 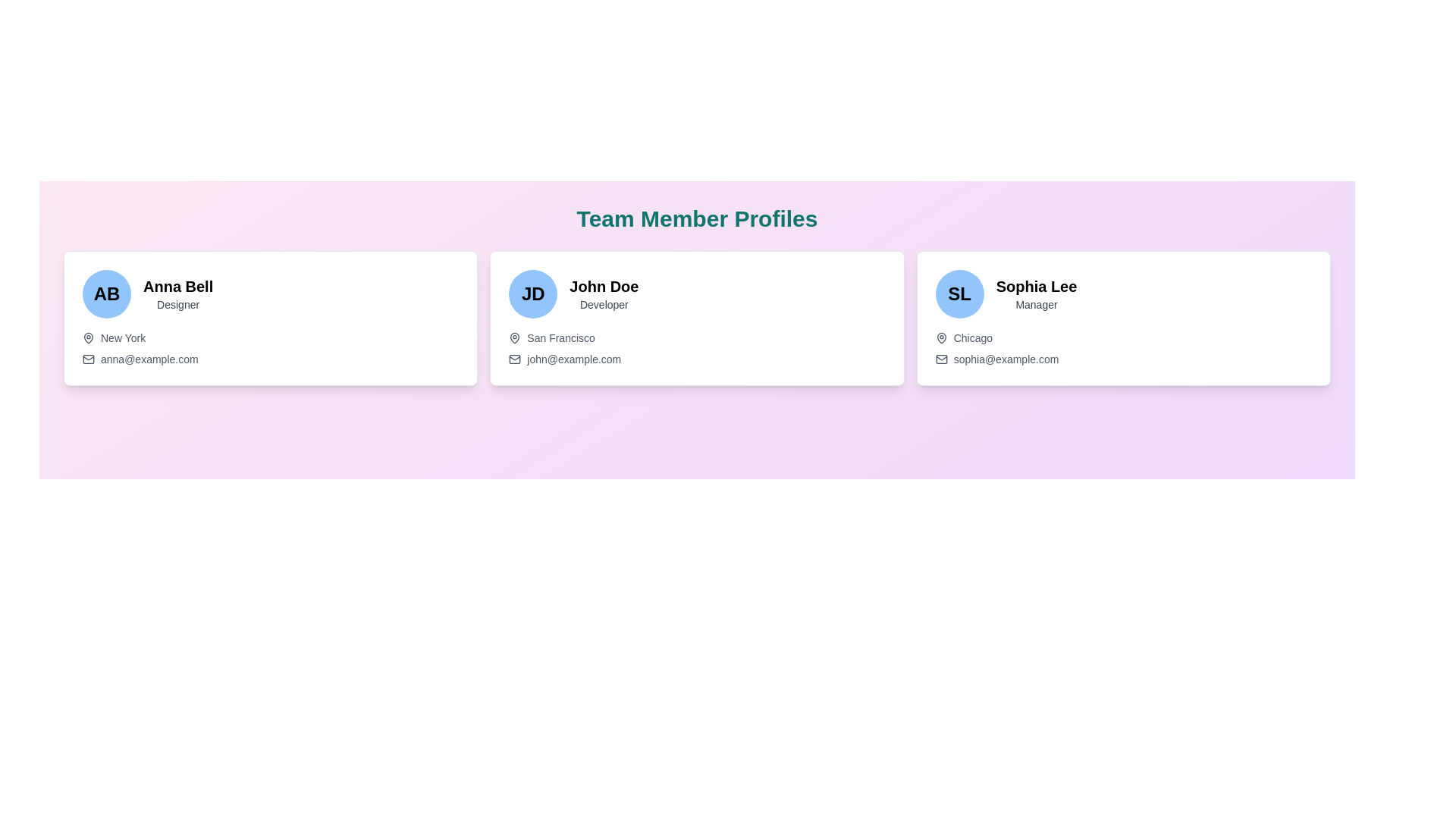 What do you see at coordinates (696, 294) in the screenshot?
I see `the Profile Information Component for 'John Doe' to view the full profile details` at bounding box center [696, 294].